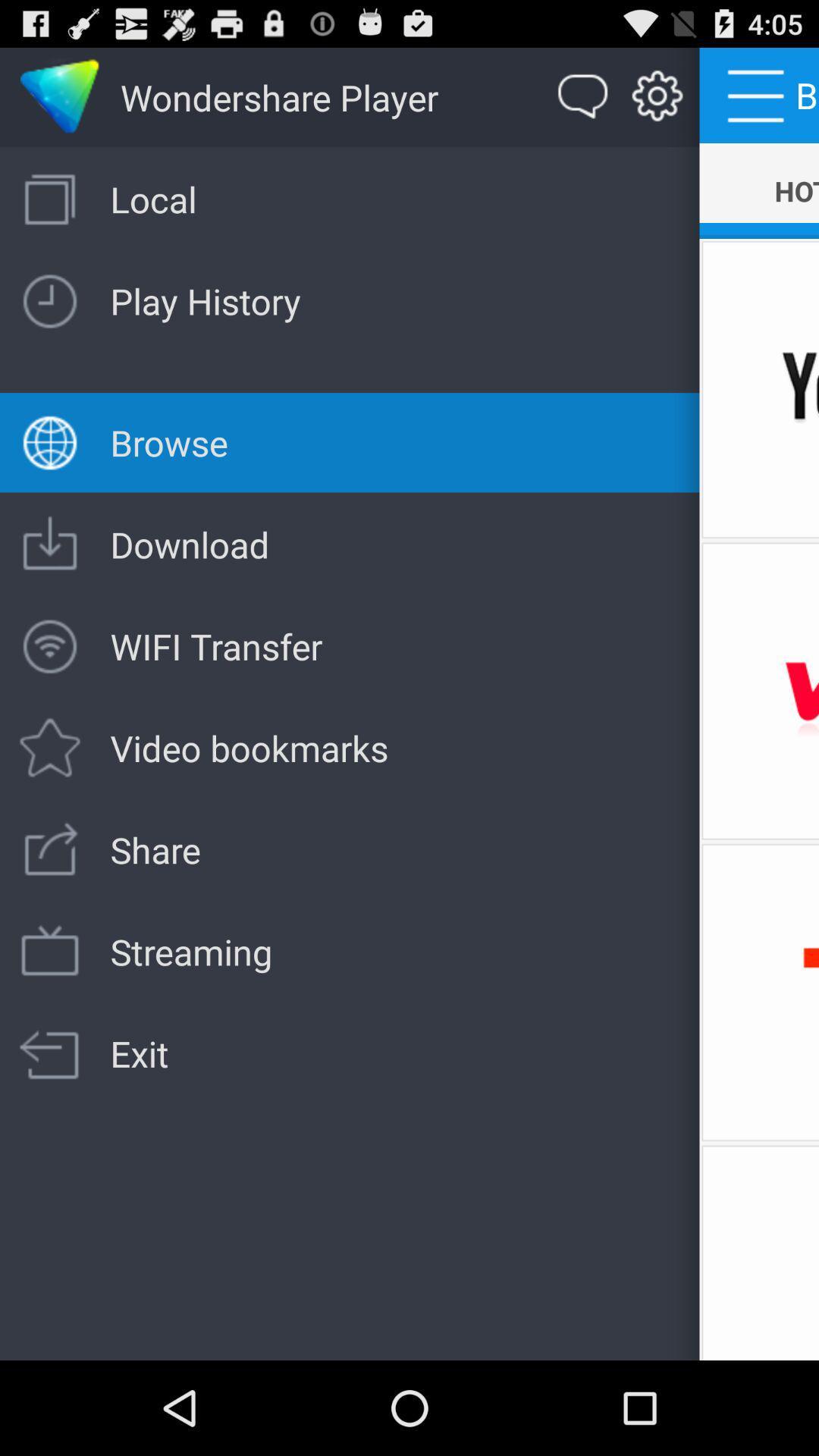 This screenshot has width=819, height=1456. I want to click on the icon left to settings icon, so click(583, 96).